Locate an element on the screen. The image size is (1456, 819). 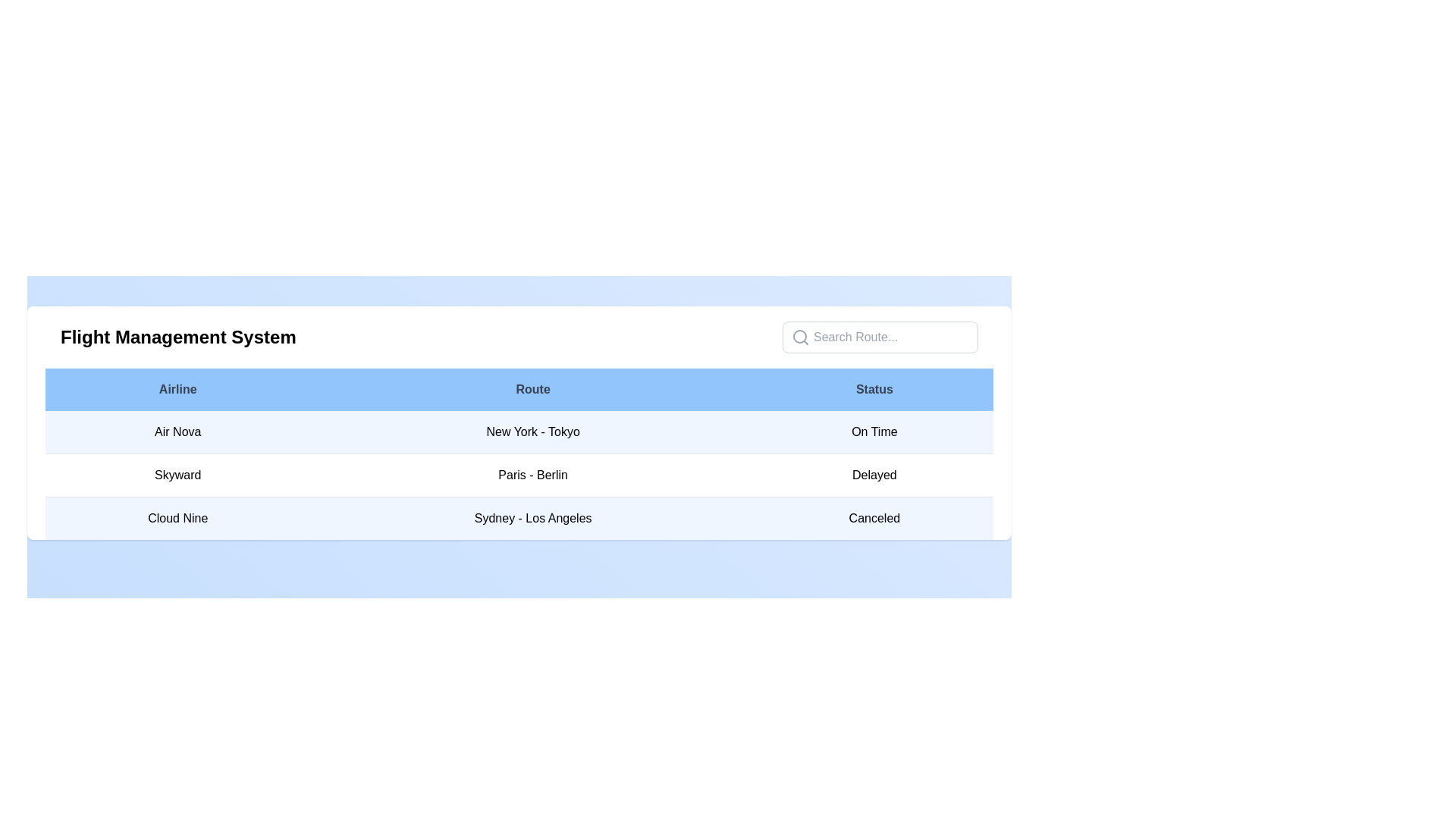
the 'Skyward' text label in the second row of the 'Airline' column, which is bold, black, and centered within a white background is located at coordinates (177, 475).